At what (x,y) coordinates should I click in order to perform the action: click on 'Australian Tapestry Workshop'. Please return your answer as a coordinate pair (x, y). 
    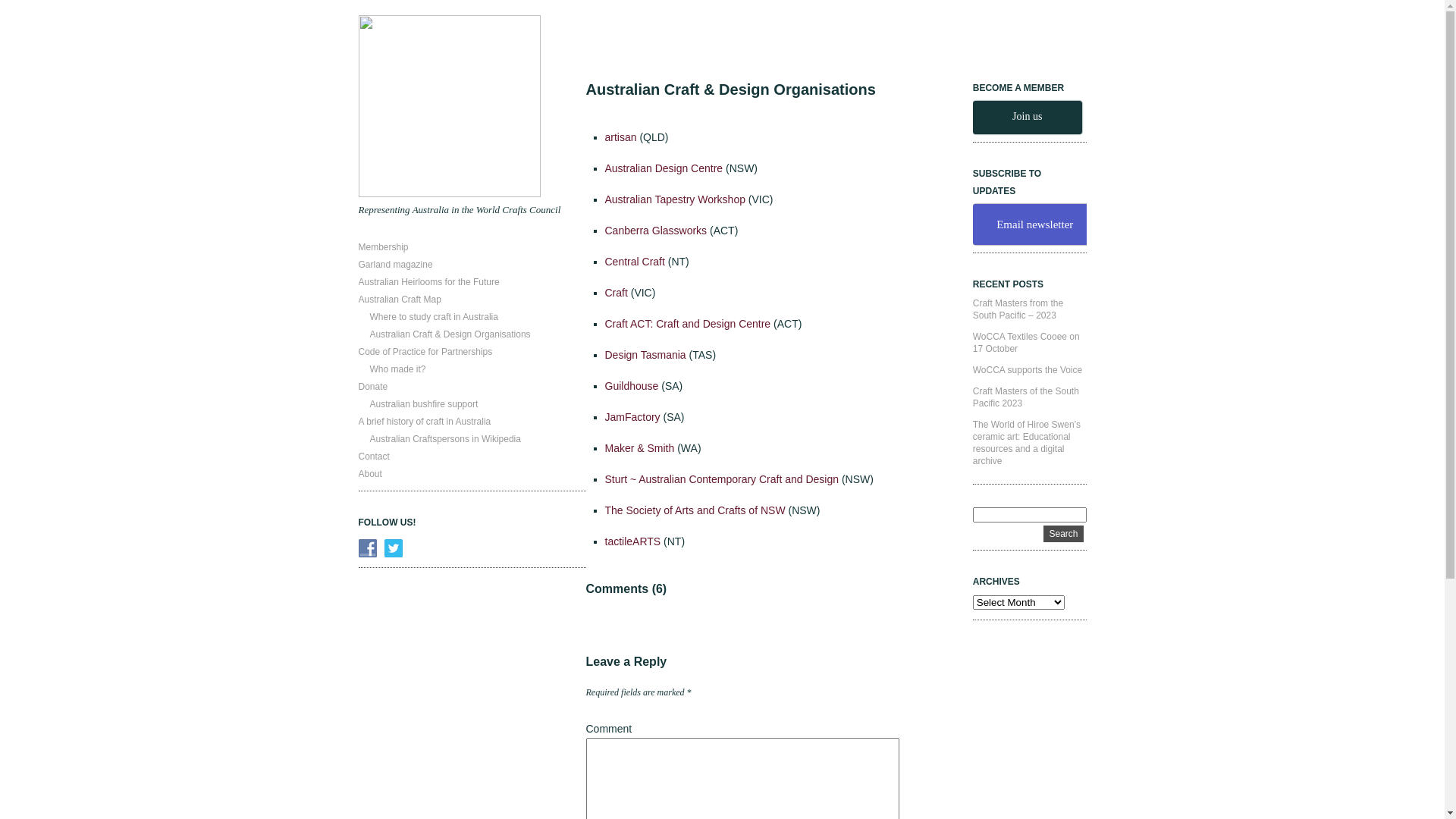
    Looking at the image, I should click on (674, 198).